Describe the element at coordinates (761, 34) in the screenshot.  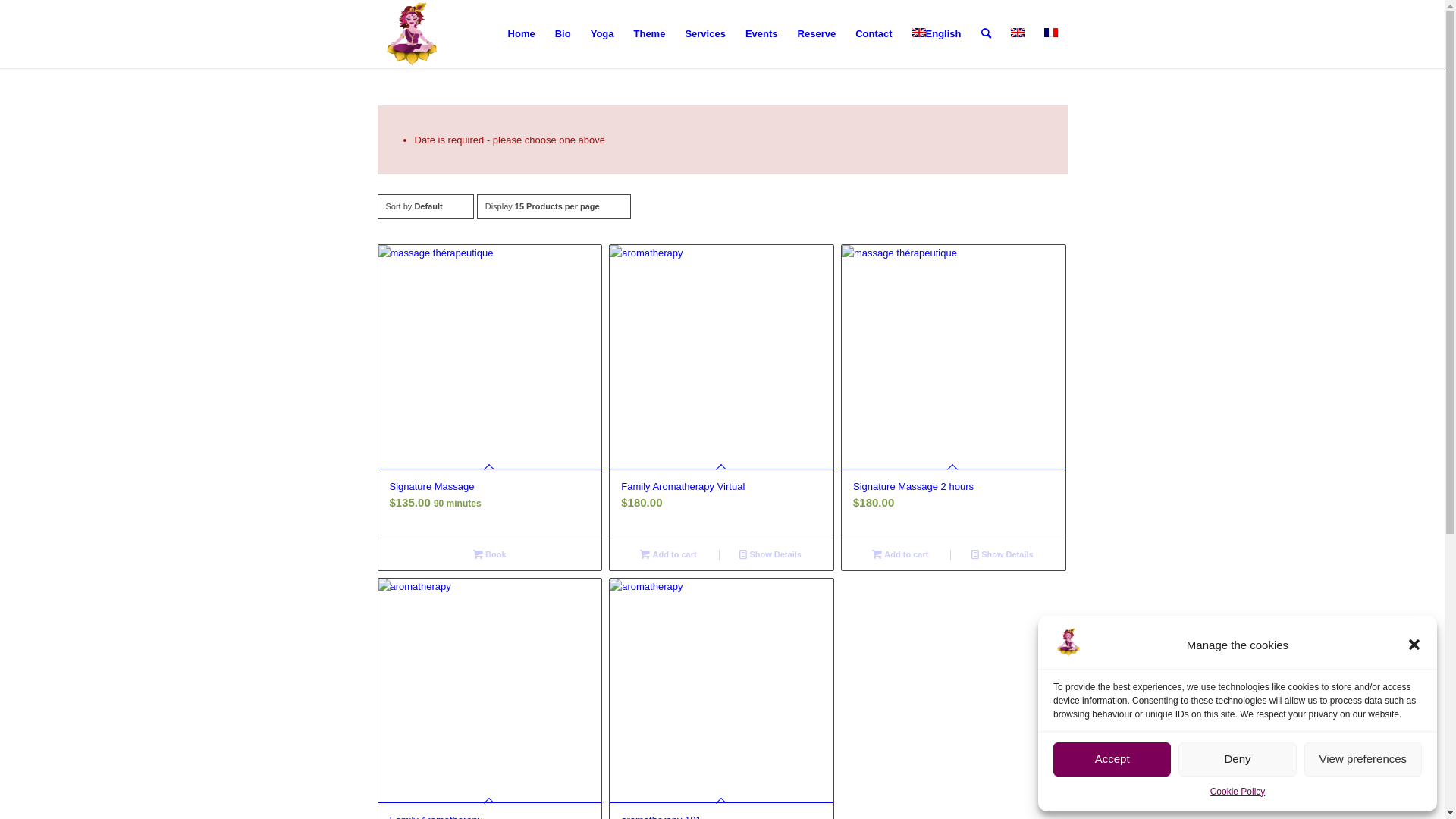
I see `'Events'` at that location.